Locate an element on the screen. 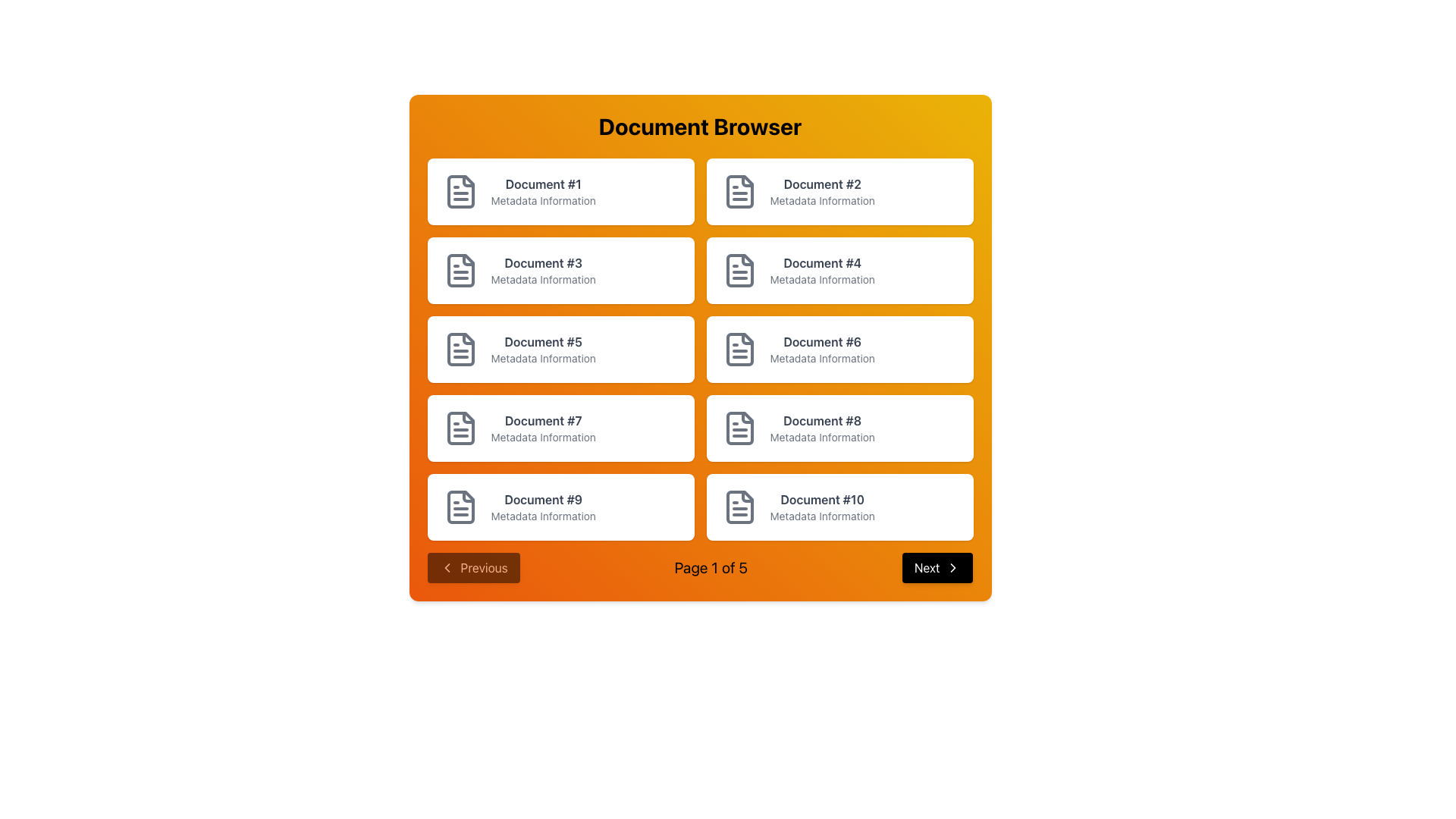 This screenshot has width=1456, height=819. the text label for 'Document #9' is located at coordinates (543, 500).